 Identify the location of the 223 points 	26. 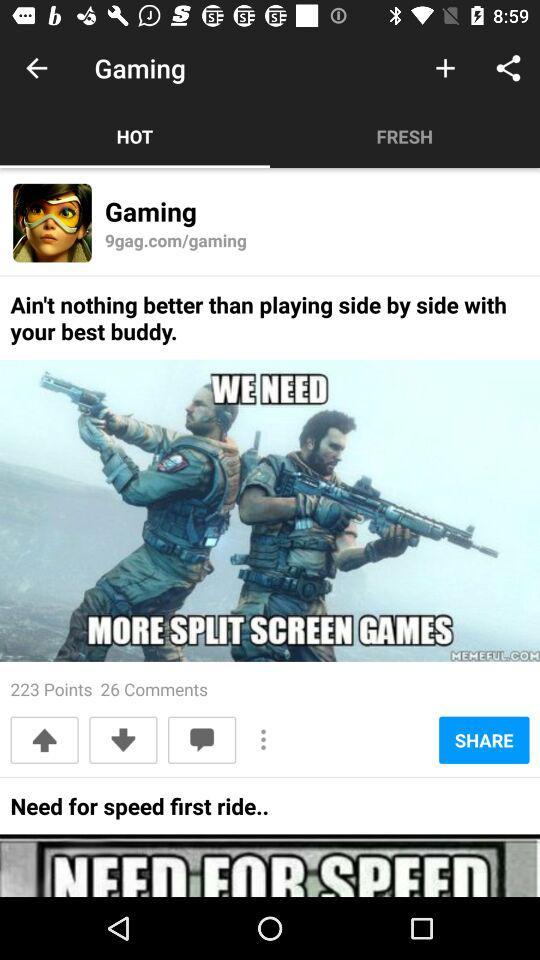
(109, 689).